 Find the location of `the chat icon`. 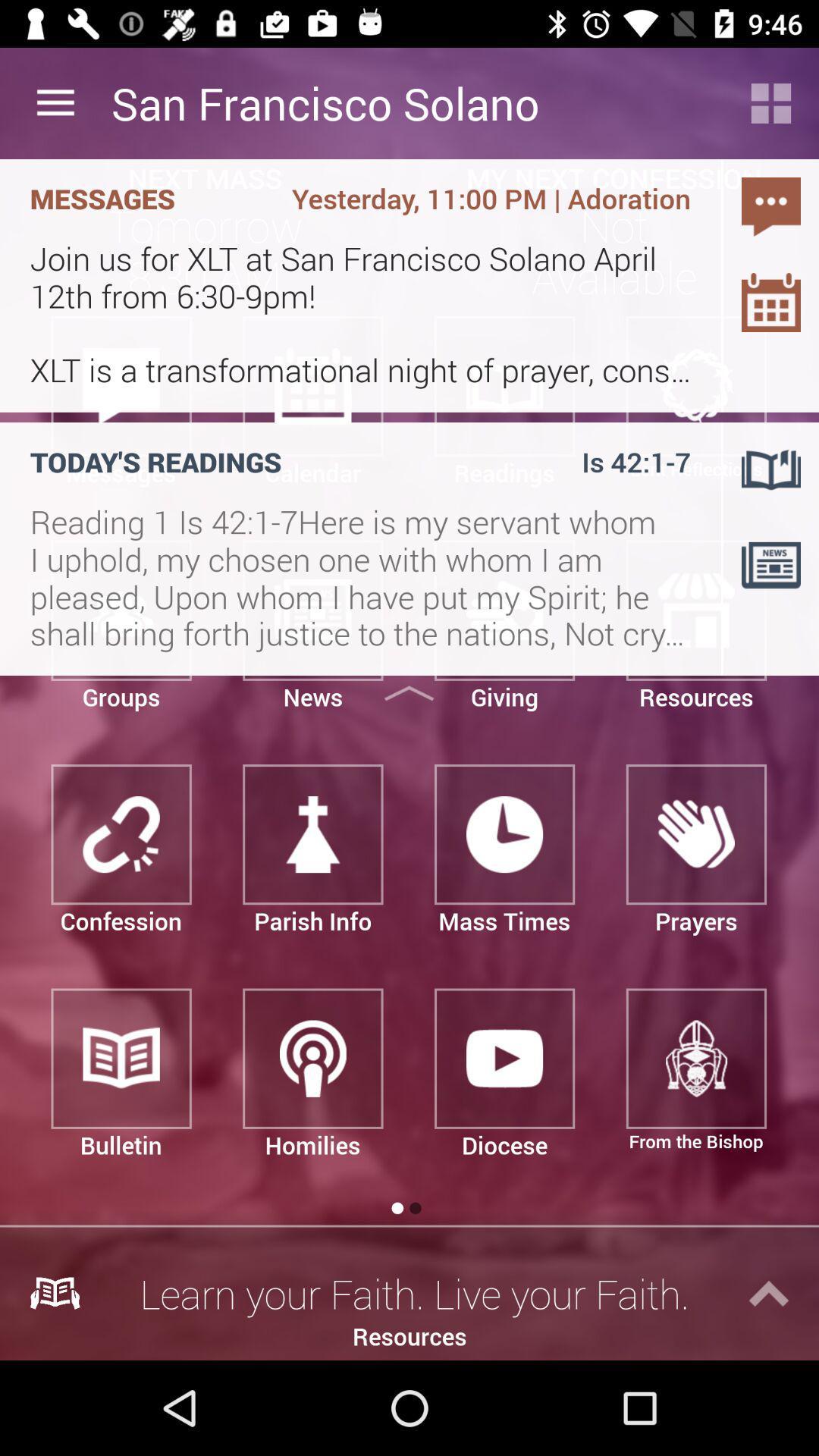

the chat icon is located at coordinates (771, 206).